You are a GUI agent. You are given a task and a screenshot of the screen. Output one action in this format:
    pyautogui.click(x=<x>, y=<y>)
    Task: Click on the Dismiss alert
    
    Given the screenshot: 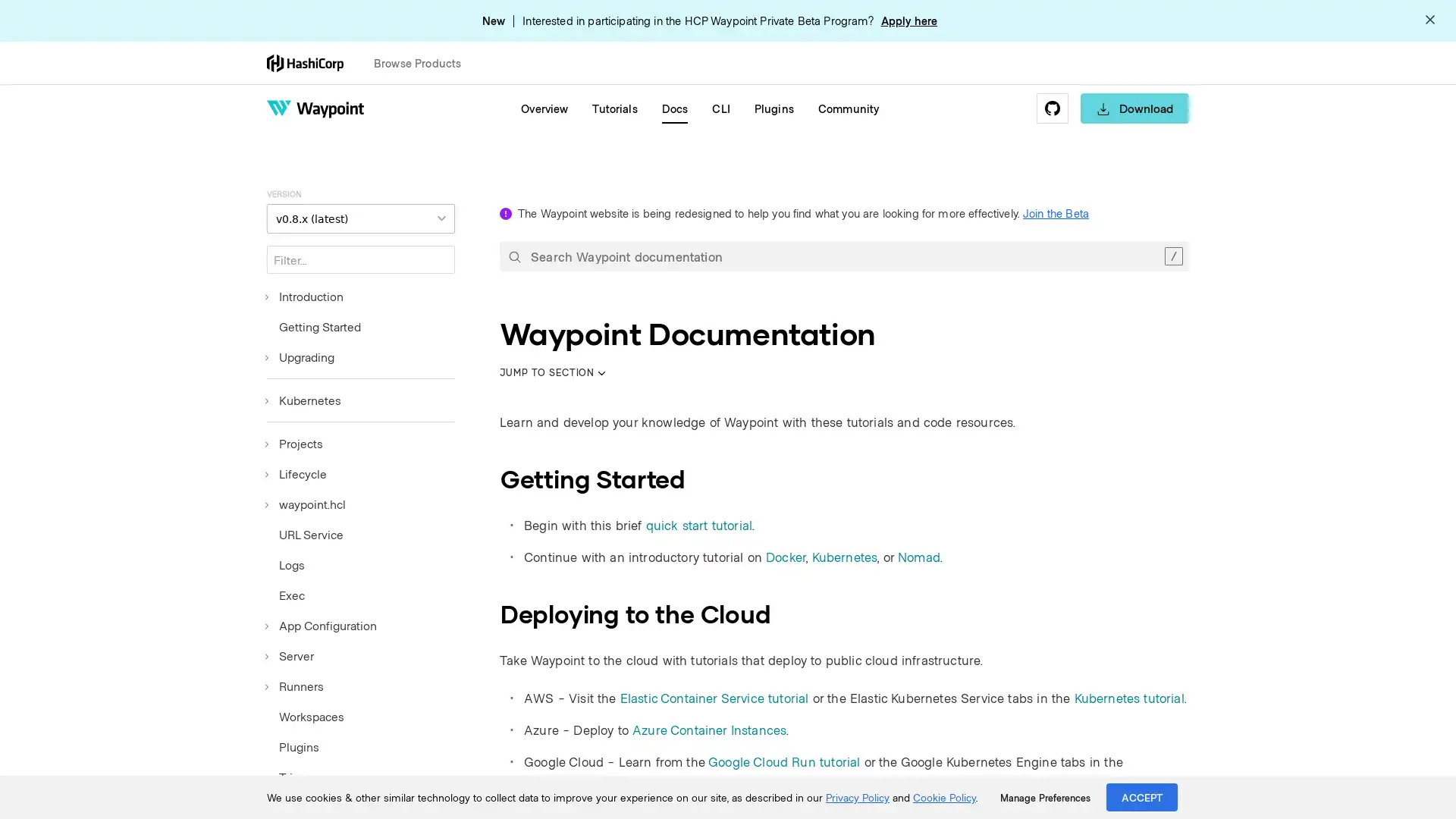 What is the action you would take?
    pyautogui.click(x=1429, y=20)
    